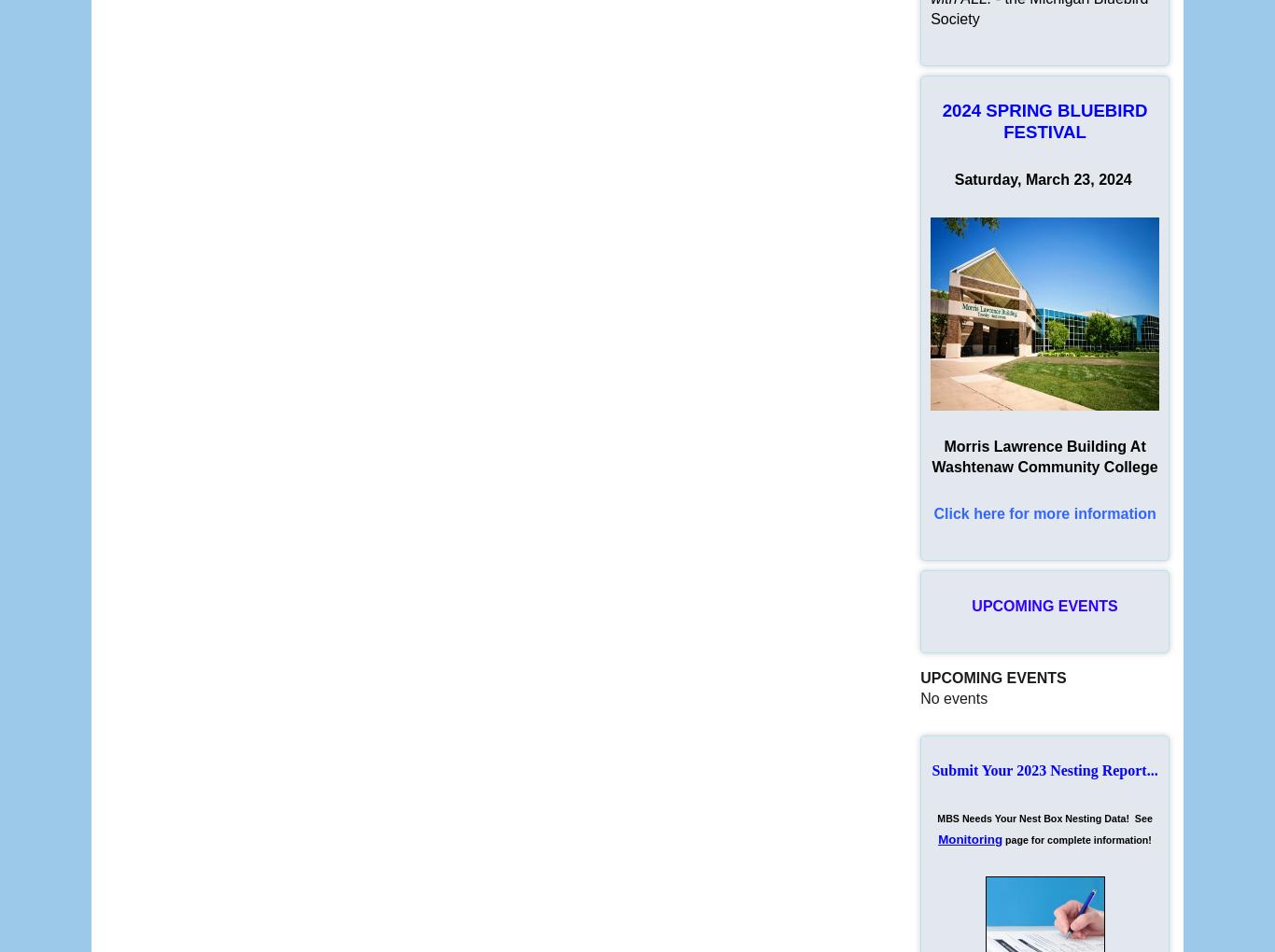 This screenshot has width=1275, height=952. Describe the element at coordinates (1044, 817) in the screenshot. I see `'MBS Needs Your Nest Box Nesting Data!  See'` at that location.